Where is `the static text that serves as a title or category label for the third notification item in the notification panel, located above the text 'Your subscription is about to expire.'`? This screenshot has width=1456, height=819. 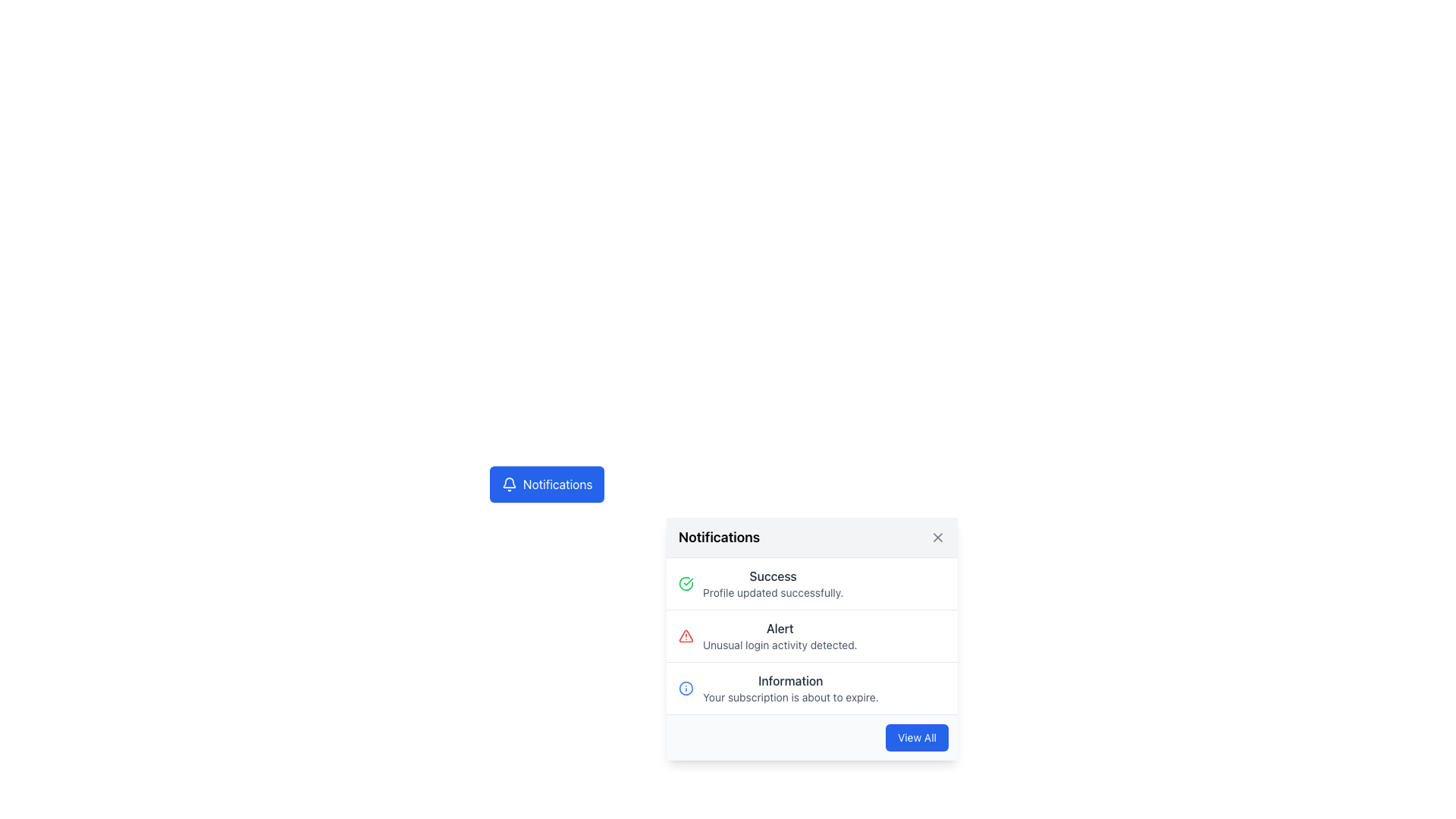 the static text that serves as a title or category label for the third notification item in the notification panel, located above the text 'Your subscription is about to expire.' is located at coordinates (789, 680).